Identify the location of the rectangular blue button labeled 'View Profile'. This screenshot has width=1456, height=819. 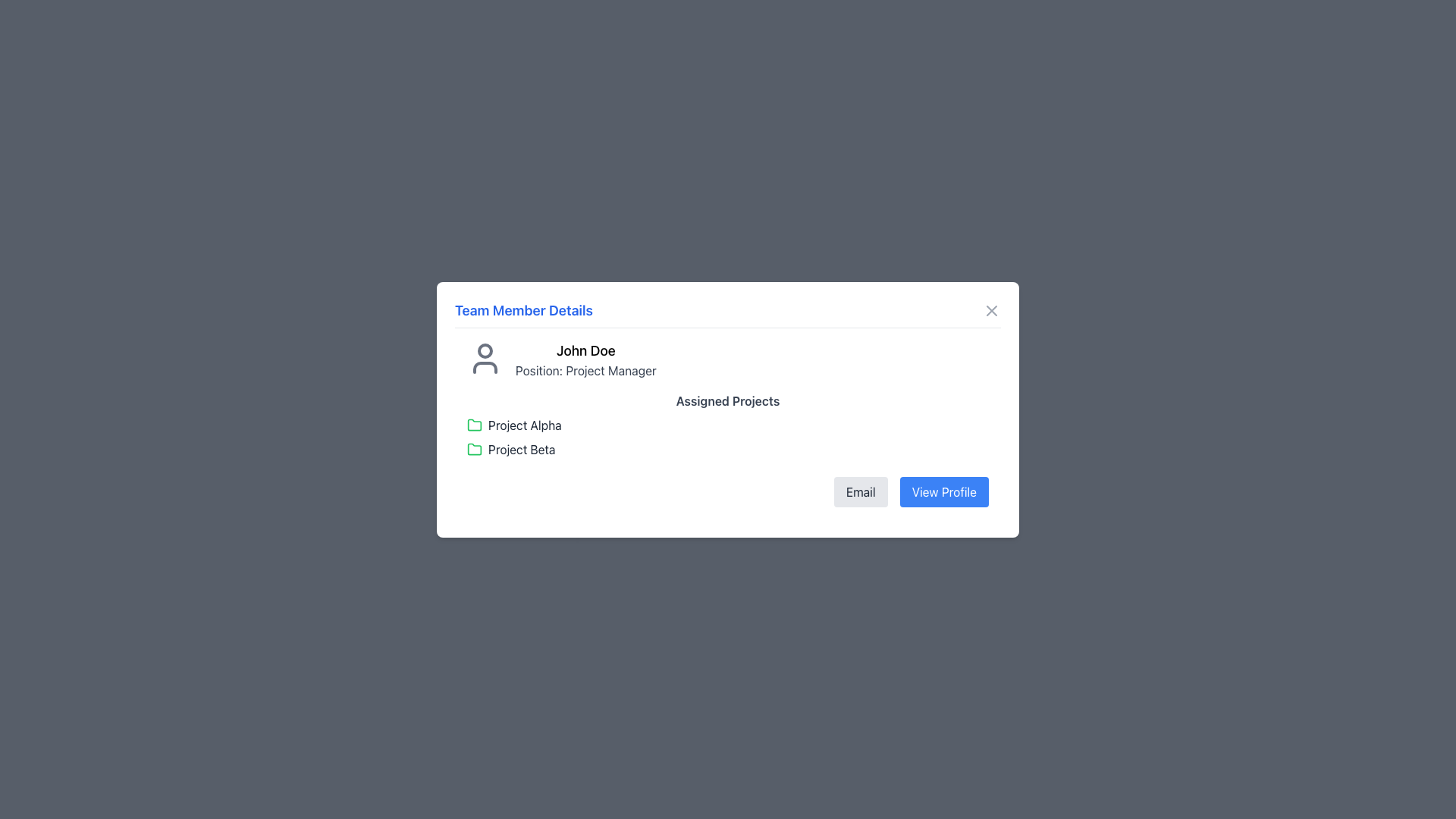
(943, 491).